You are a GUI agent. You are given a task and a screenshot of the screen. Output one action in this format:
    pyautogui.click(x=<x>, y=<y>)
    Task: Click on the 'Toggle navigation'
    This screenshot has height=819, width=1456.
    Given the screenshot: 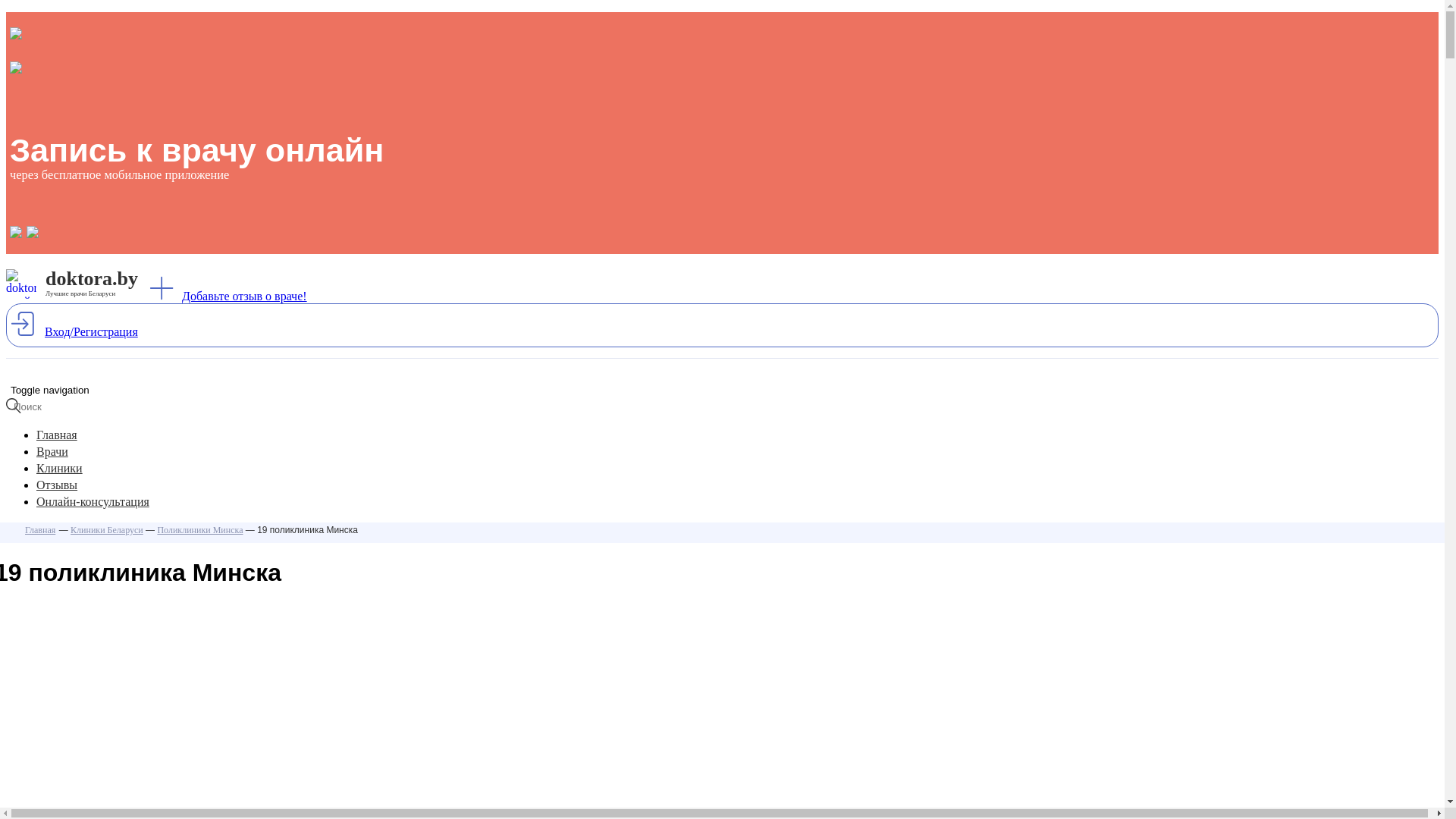 What is the action you would take?
    pyautogui.click(x=50, y=389)
    